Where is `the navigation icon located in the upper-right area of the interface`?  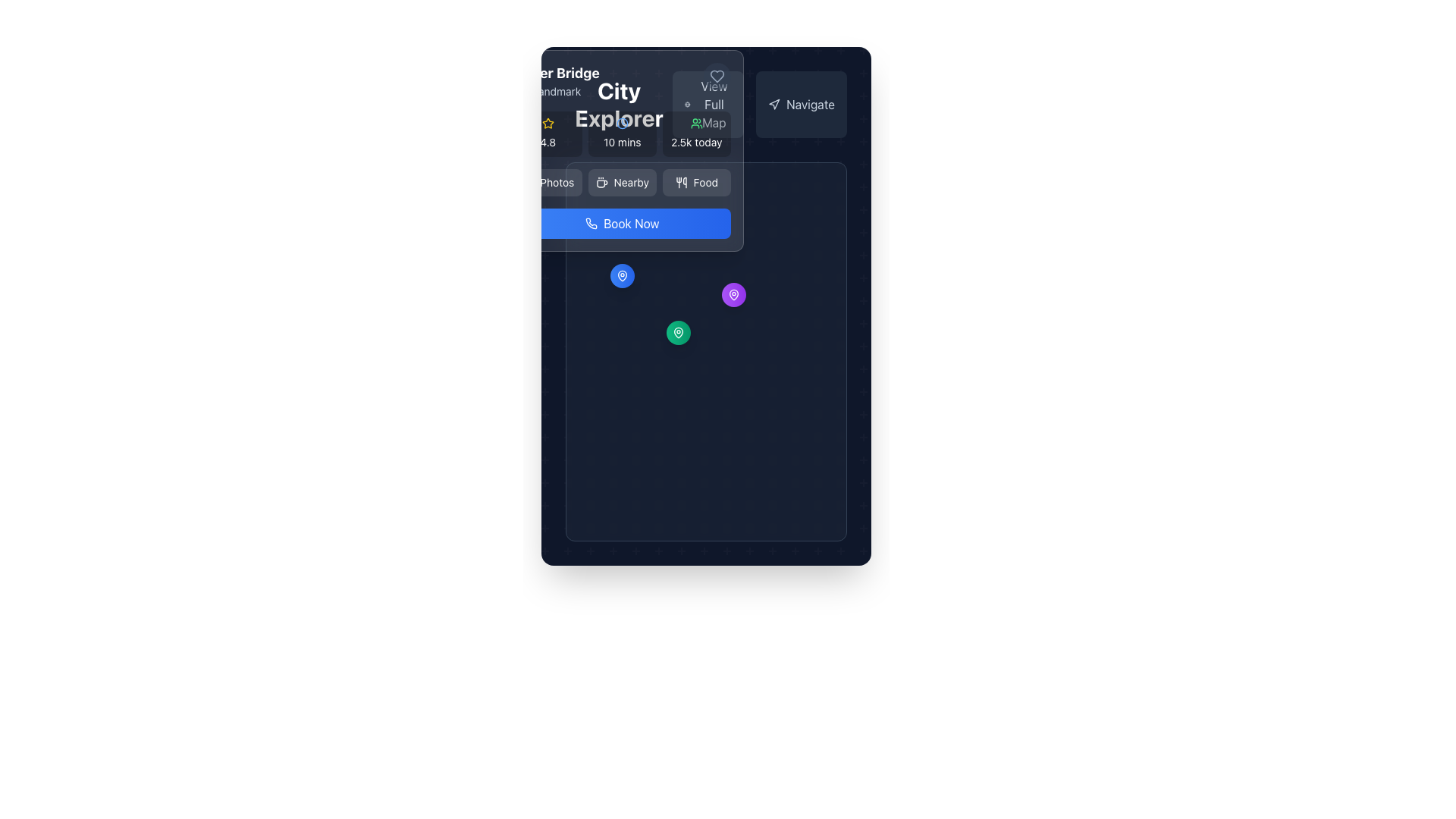
the navigation icon located in the upper-right area of the interface is located at coordinates (774, 103).